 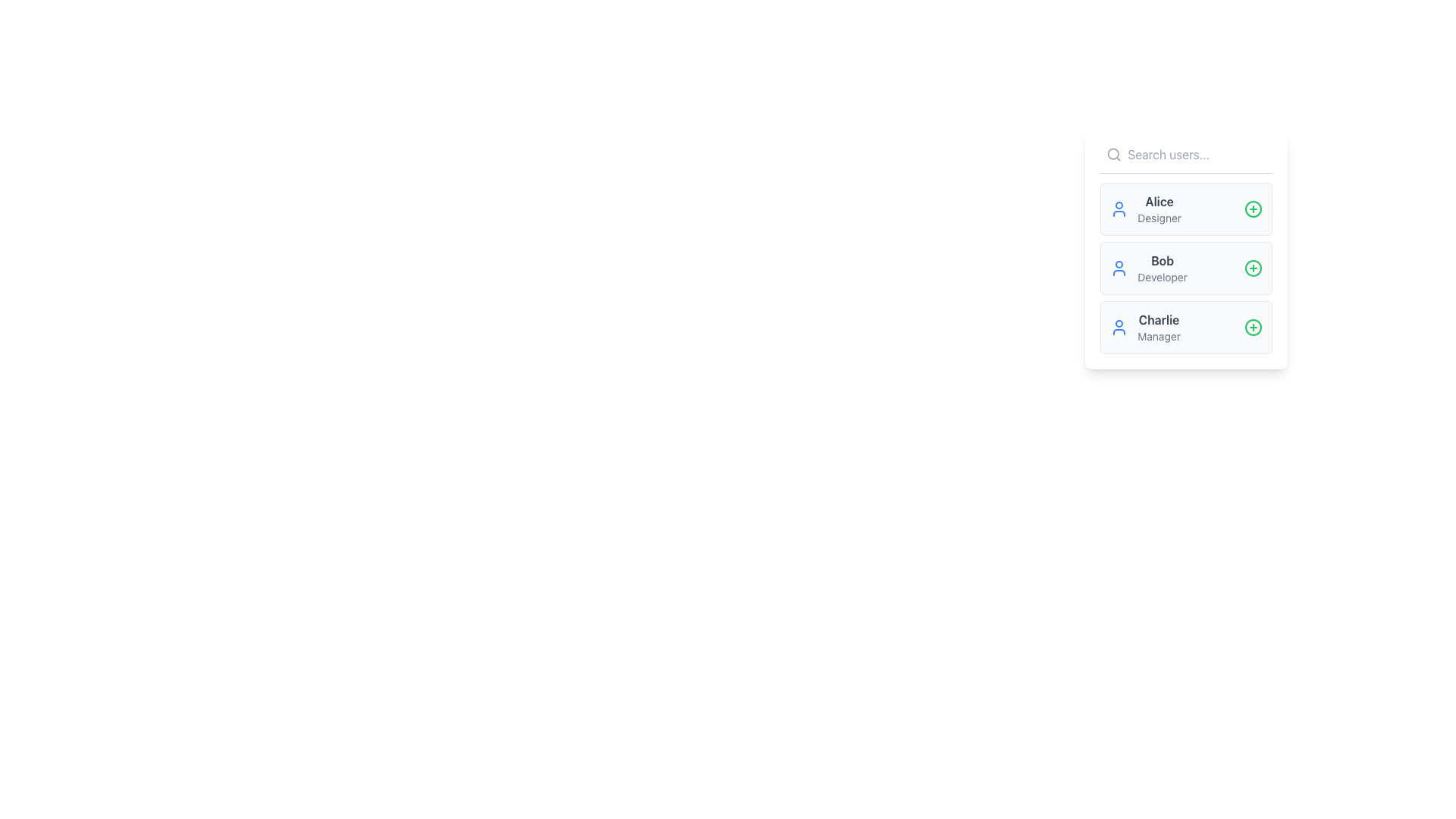 I want to click on text label that displays the user's name, located above the 'Designer' label in the first entry of the vertical user list, so click(x=1159, y=201).